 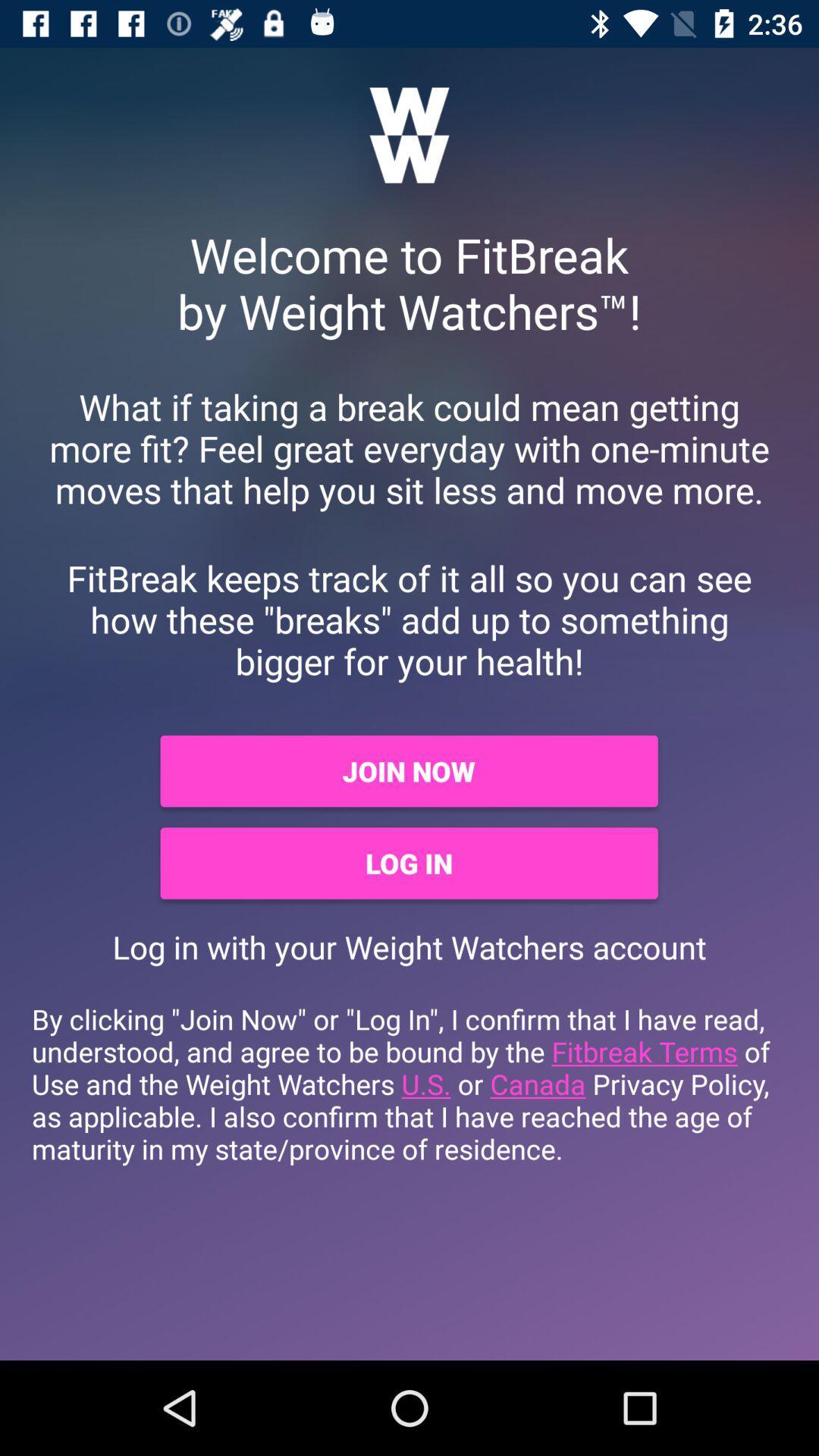 What do you see at coordinates (409, 1083) in the screenshot?
I see `item below log in with icon` at bounding box center [409, 1083].